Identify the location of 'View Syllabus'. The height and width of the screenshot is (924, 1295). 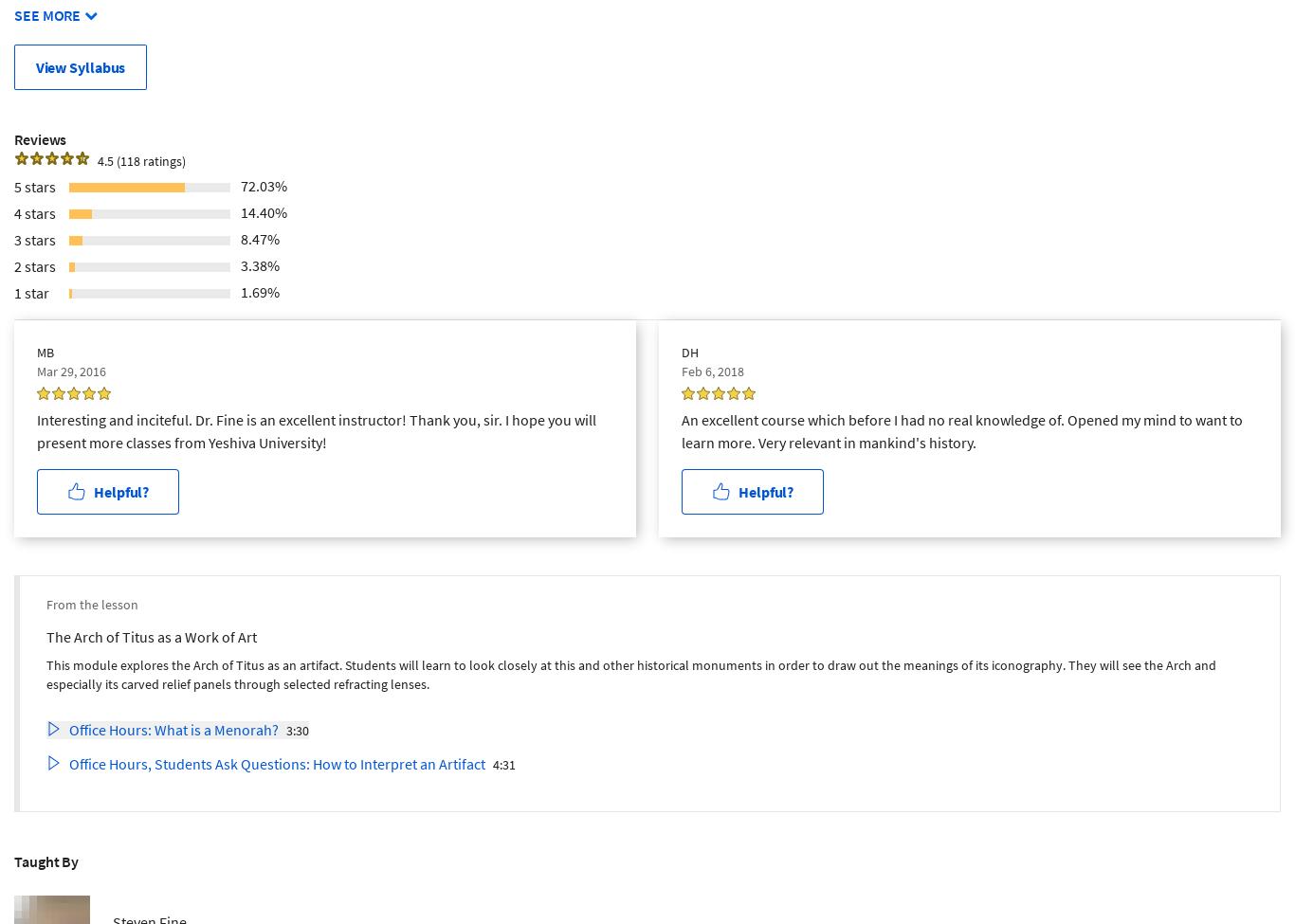
(80, 66).